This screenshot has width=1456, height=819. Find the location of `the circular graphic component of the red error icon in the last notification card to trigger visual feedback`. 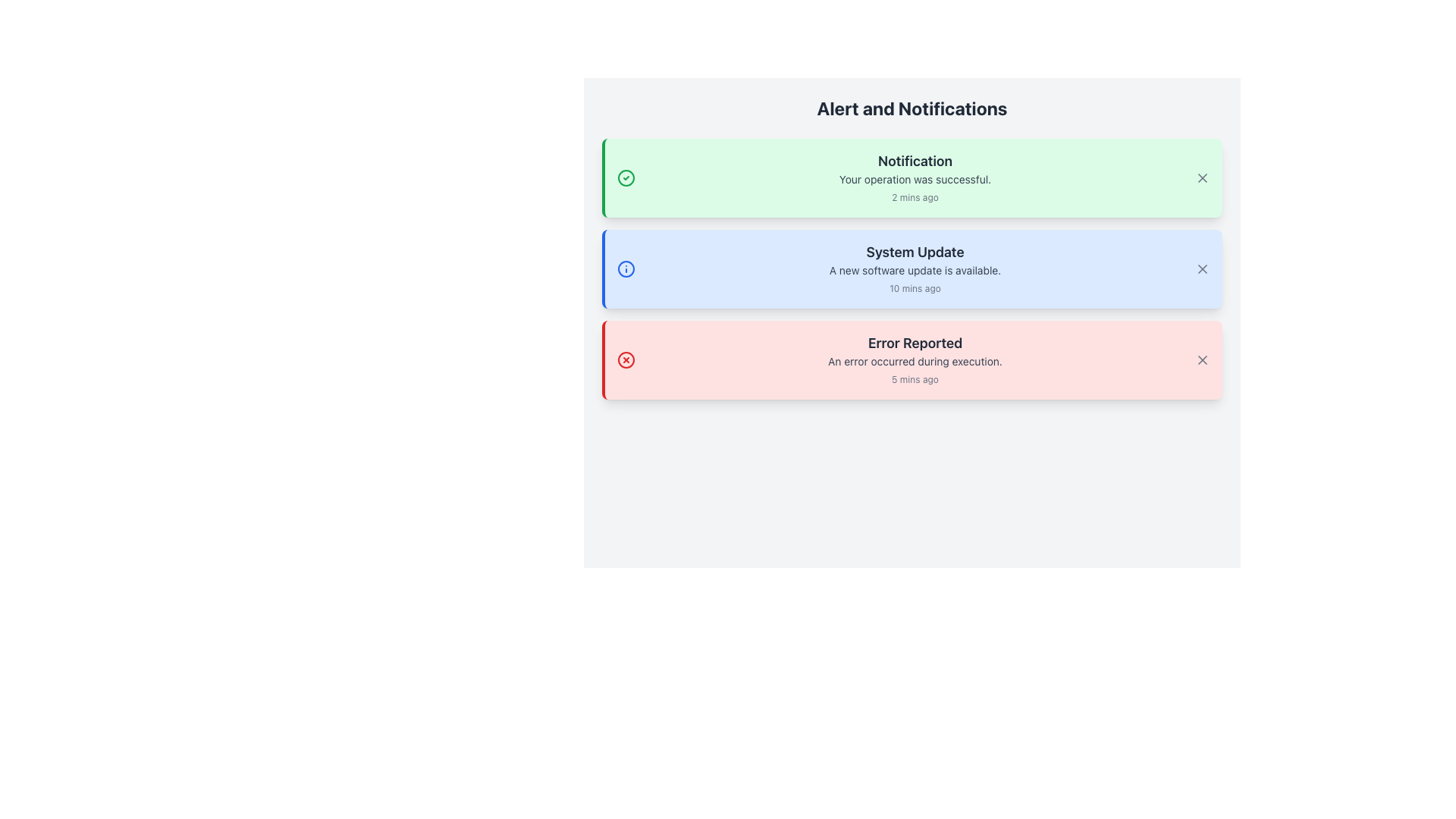

the circular graphic component of the red error icon in the last notification card to trigger visual feedback is located at coordinates (626, 359).